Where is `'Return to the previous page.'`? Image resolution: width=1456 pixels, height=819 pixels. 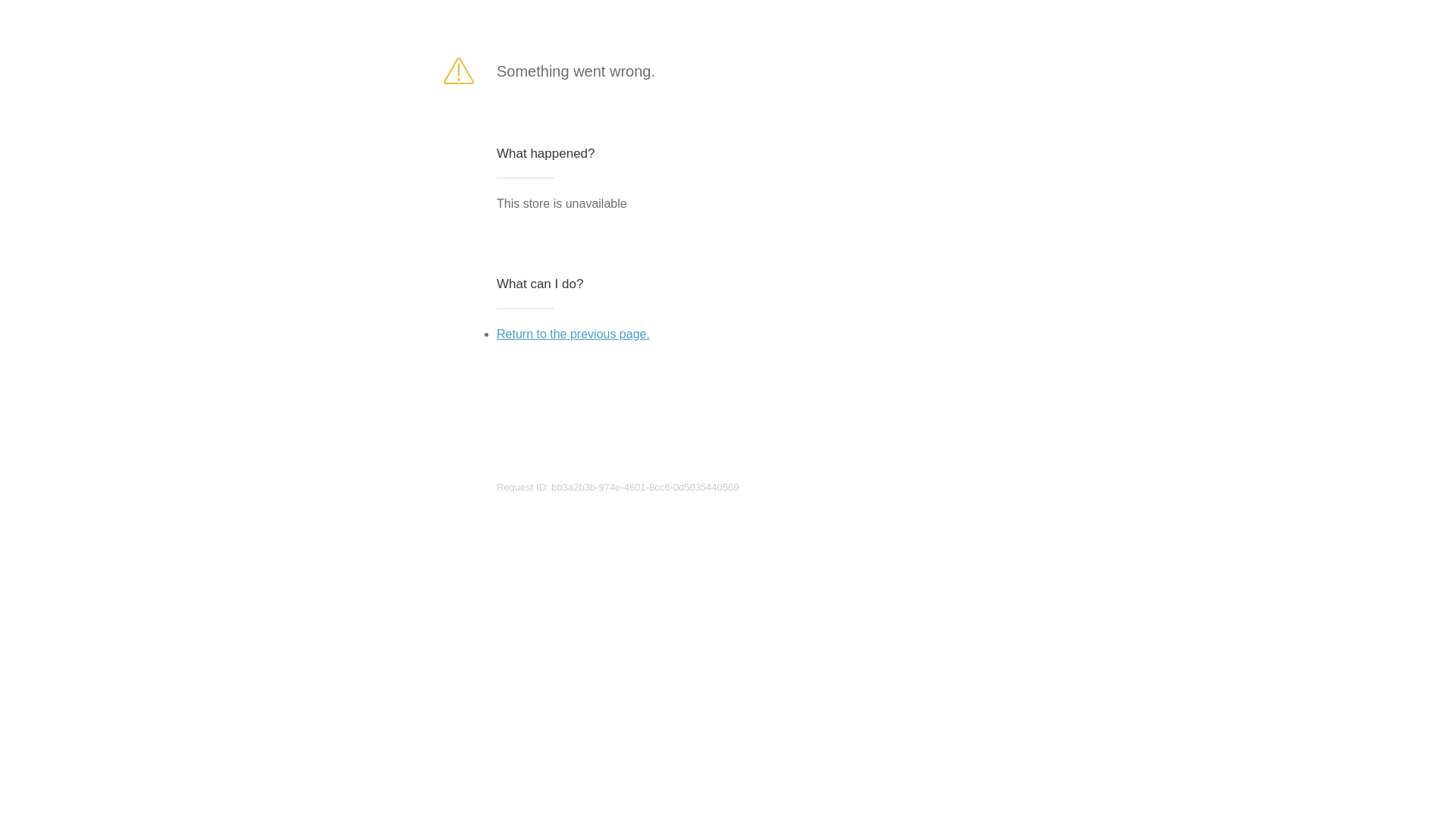
'Return to the previous page.' is located at coordinates (496, 333).